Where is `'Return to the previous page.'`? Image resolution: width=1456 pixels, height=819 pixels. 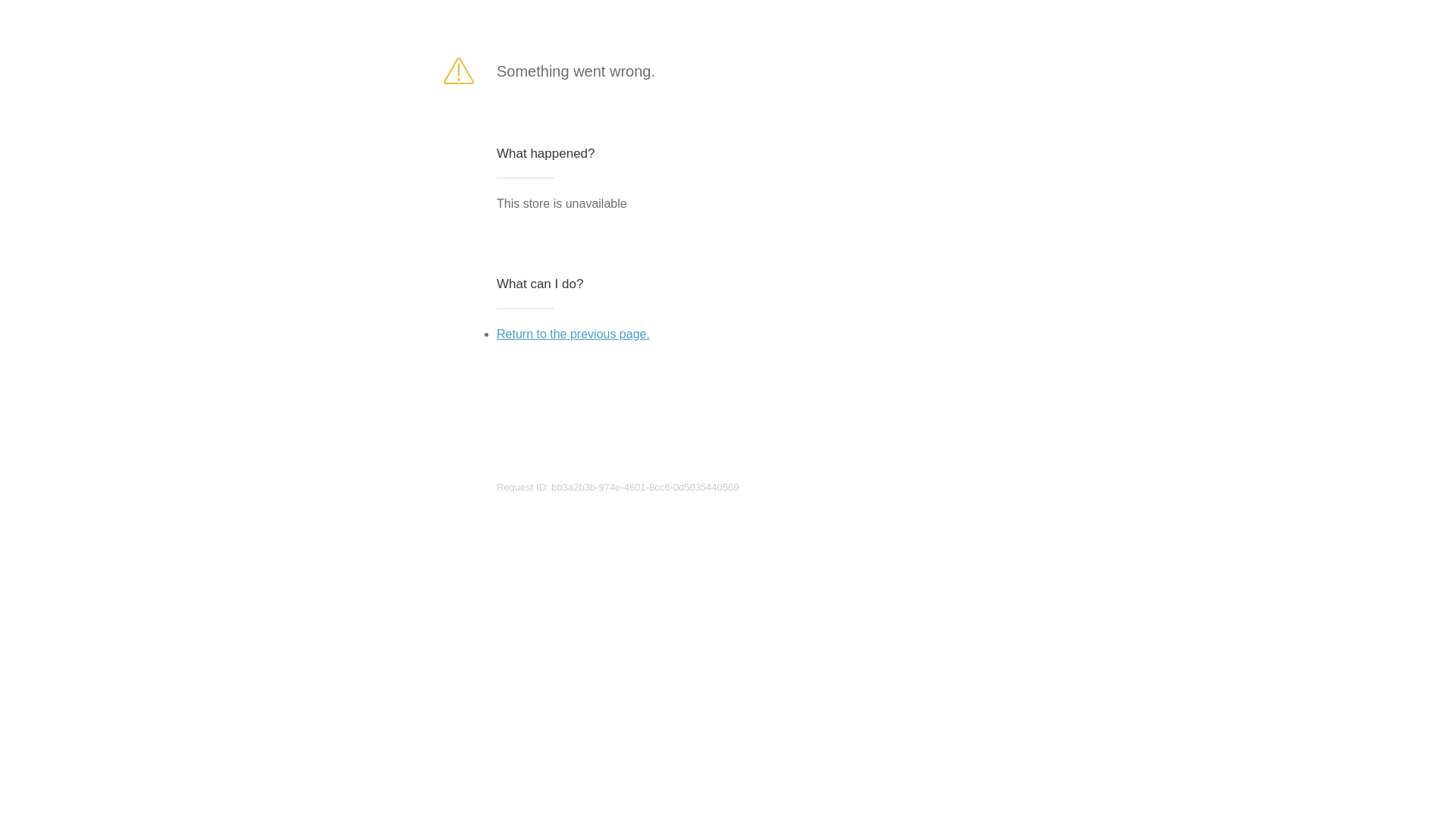
'Return to the previous page.' is located at coordinates (496, 333).